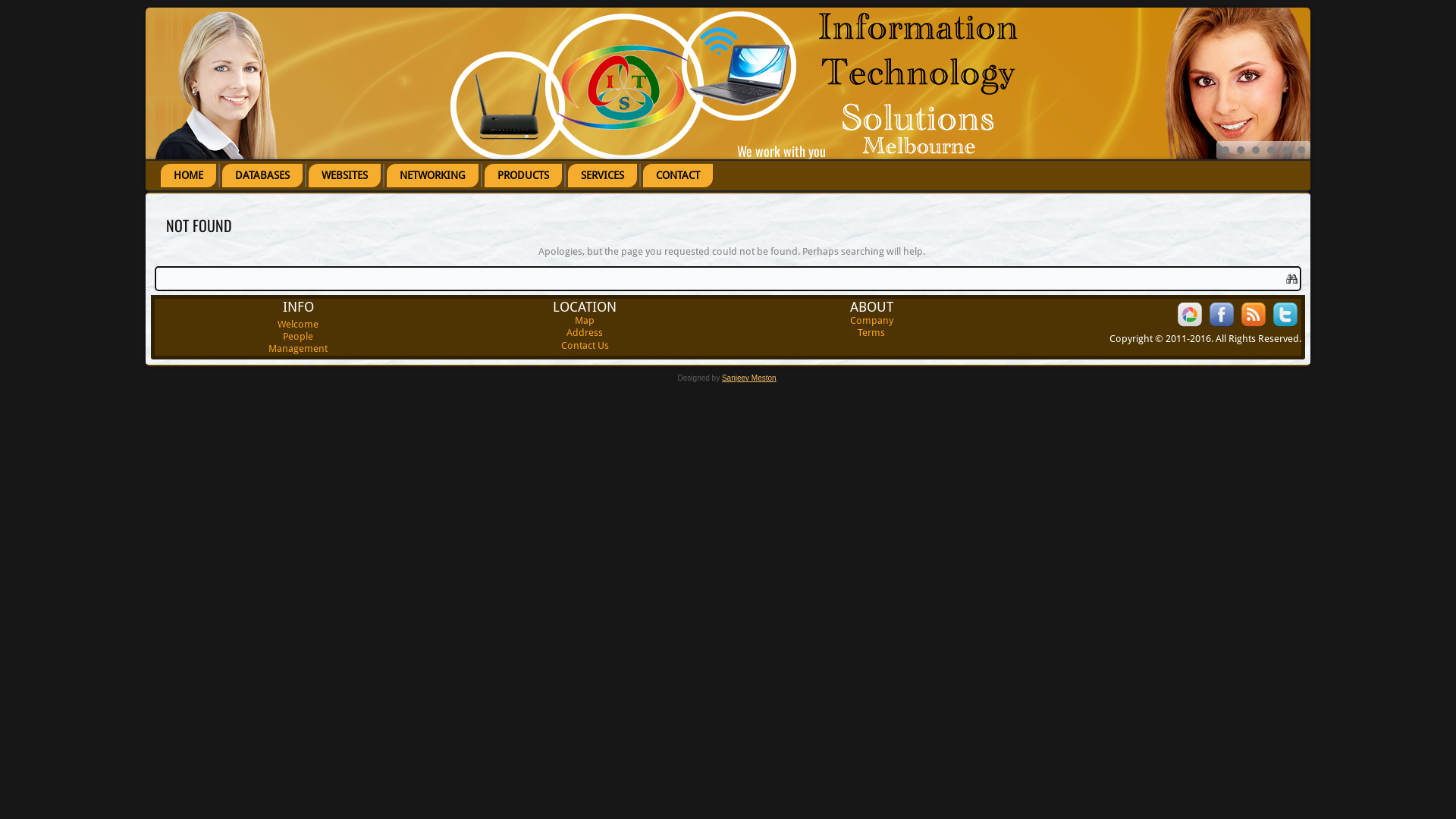 Image resolution: width=1456 pixels, height=819 pixels. What do you see at coordinates (523, 174) in the screenshot?
I see `'PRODUCTS'` at bounding box center [523, 174].